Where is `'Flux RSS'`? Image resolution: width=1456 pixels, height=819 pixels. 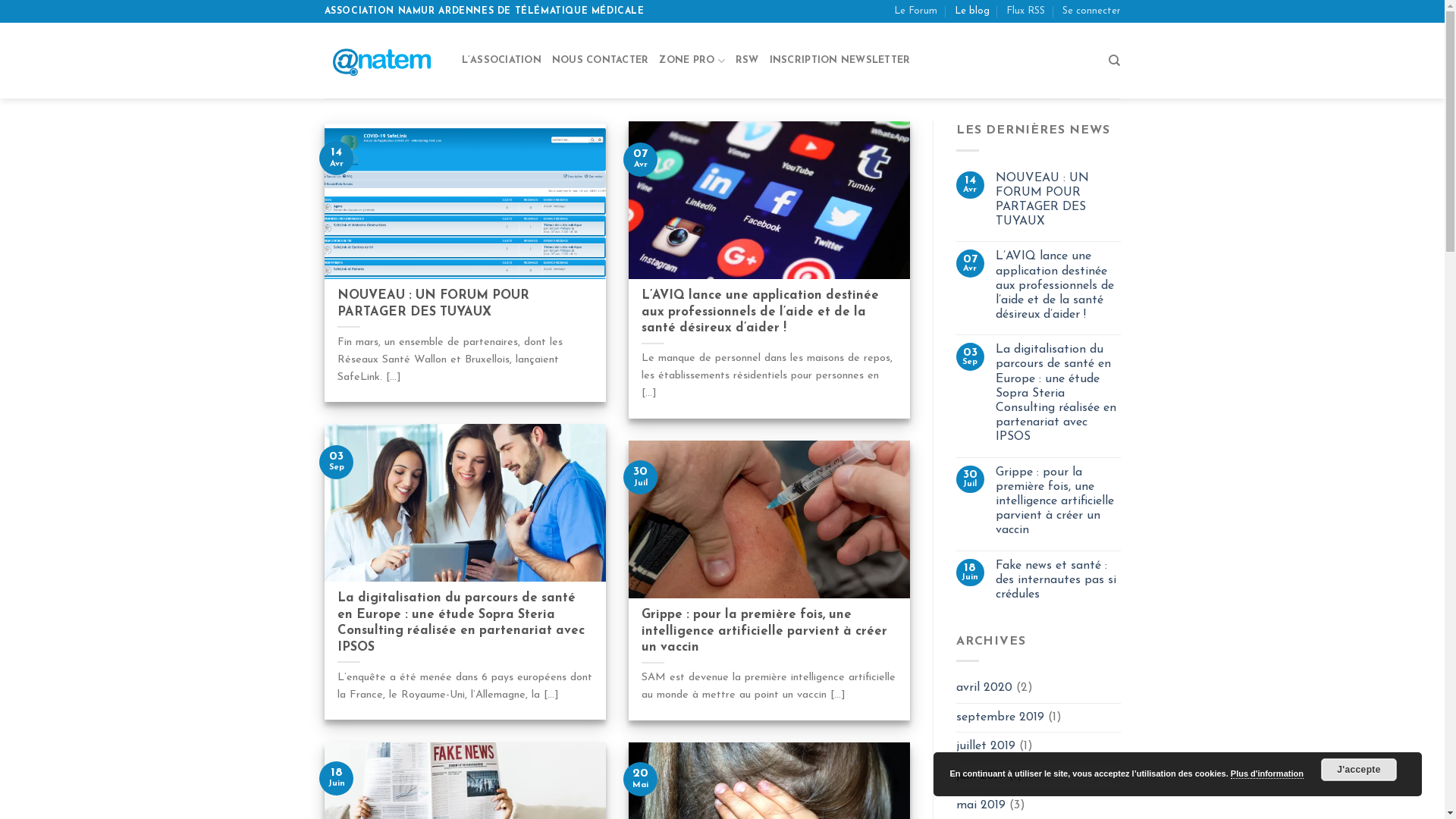
'Flux RSS' is located at coordinates (1025, 11).